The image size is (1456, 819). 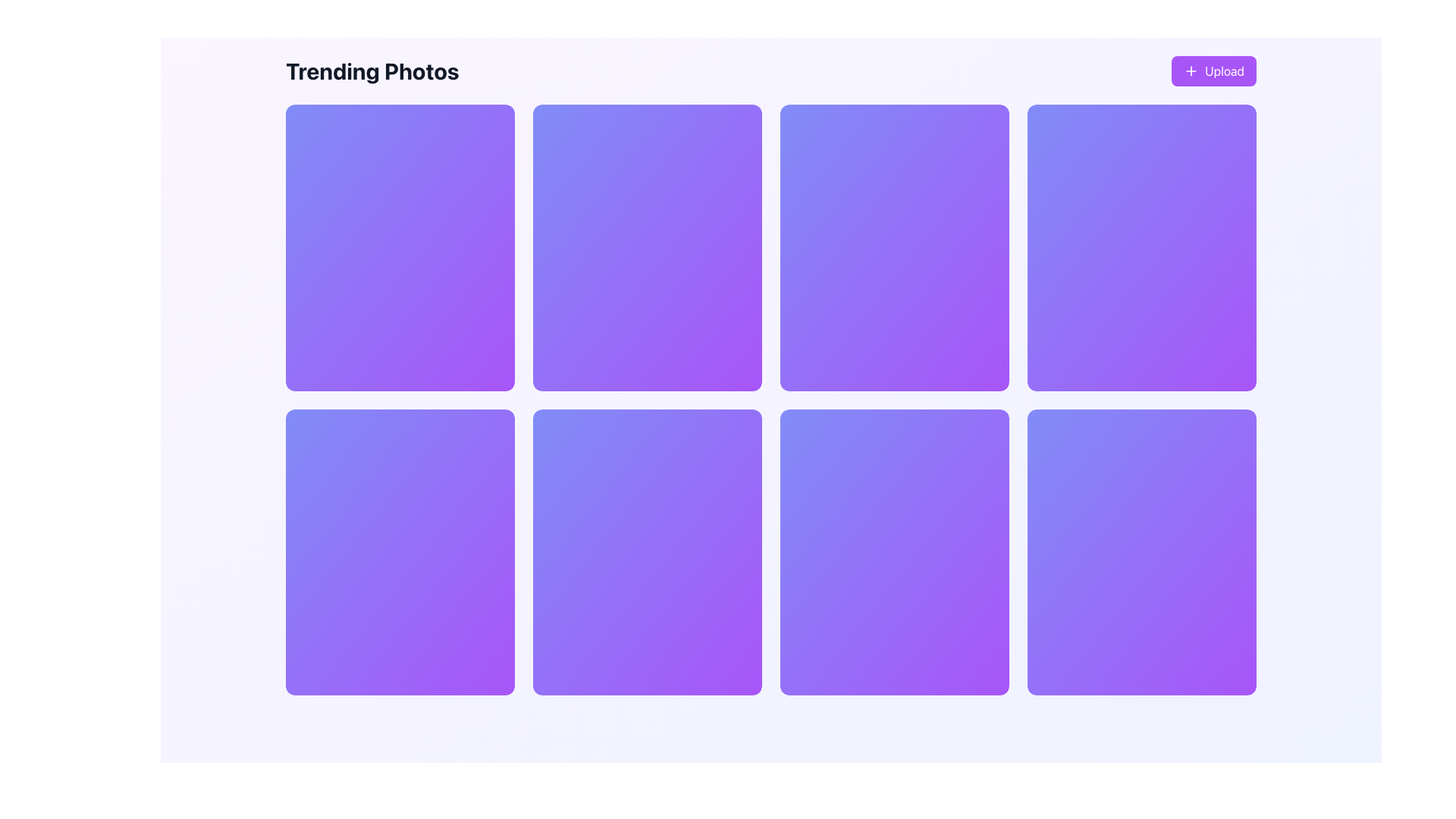 What do you see at coordinates (895, 246) in the screenshot?
I see `the vertical rectangular card with rounded corners and a gradient background transitioning from indigo to purple located in the first row and third column of the grid` at bounding box center [895, 246].